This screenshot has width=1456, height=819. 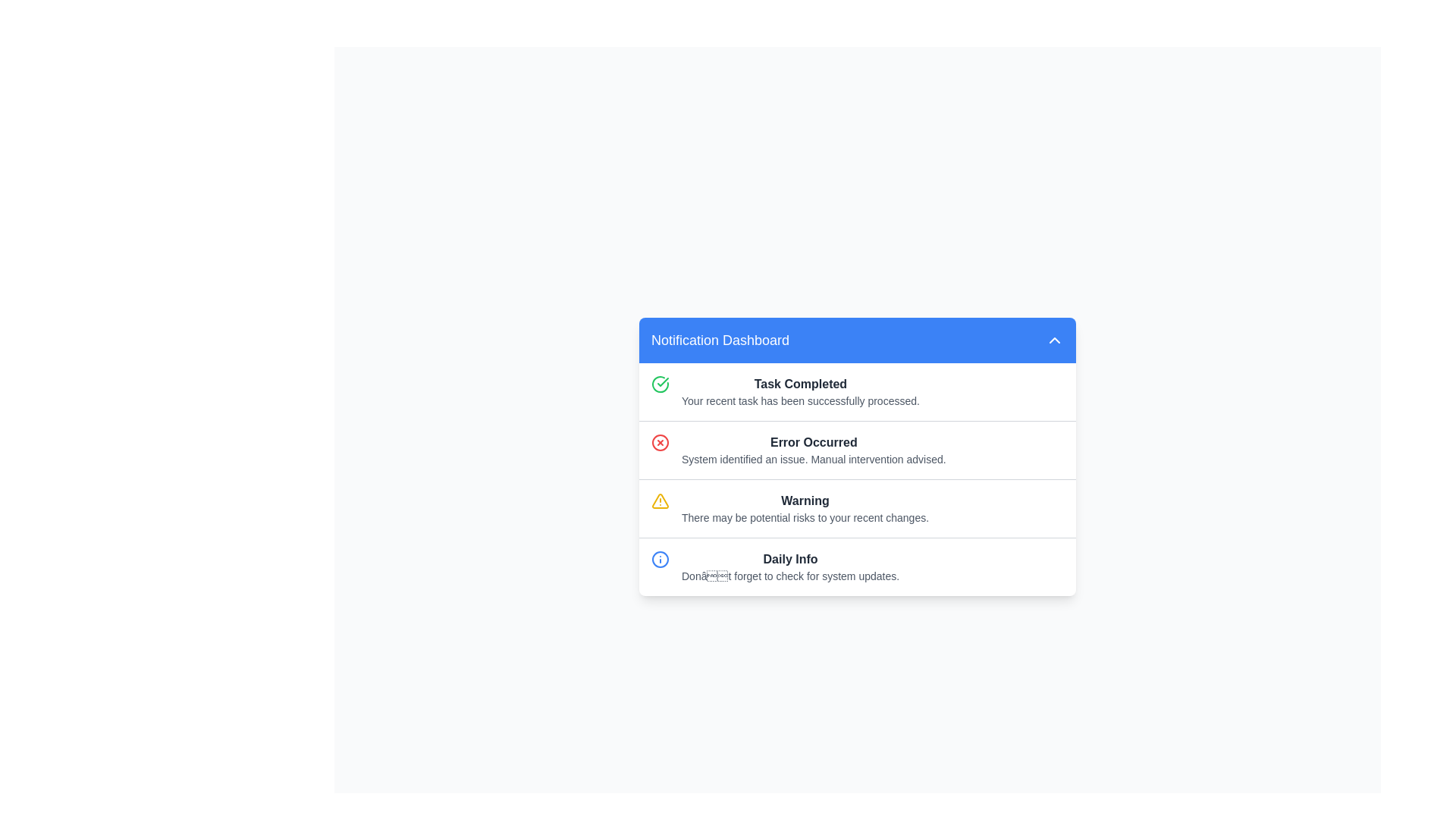 What do you see at coordinates (660, 500) in the screenshot?
I see `the warning icon located in the third row of the notification dashboard, positioned to the left of the text label 'Warning'` at bounding box center [660, 500].